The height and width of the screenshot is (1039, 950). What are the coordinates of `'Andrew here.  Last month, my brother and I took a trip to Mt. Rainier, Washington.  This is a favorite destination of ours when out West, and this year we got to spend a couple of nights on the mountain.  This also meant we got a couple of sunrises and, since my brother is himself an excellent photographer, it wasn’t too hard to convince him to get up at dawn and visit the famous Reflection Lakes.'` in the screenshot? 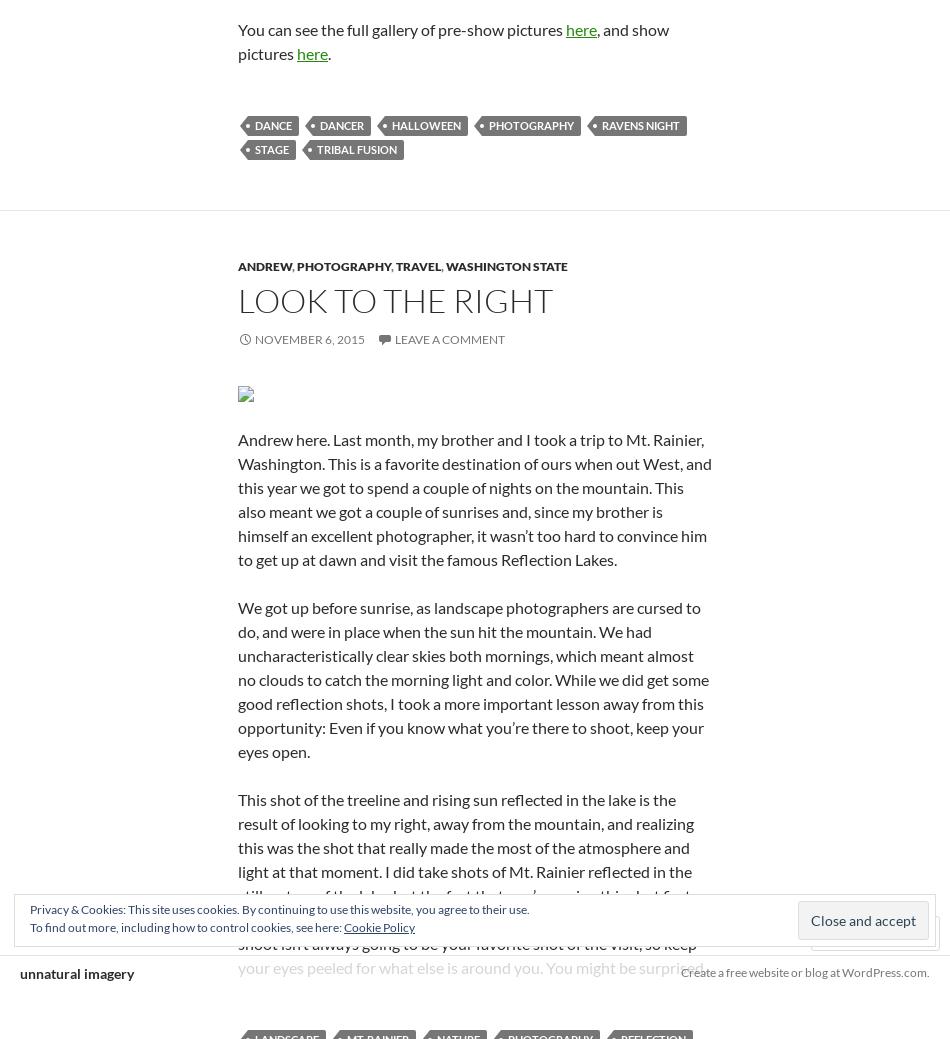 It's located at (237, 498).